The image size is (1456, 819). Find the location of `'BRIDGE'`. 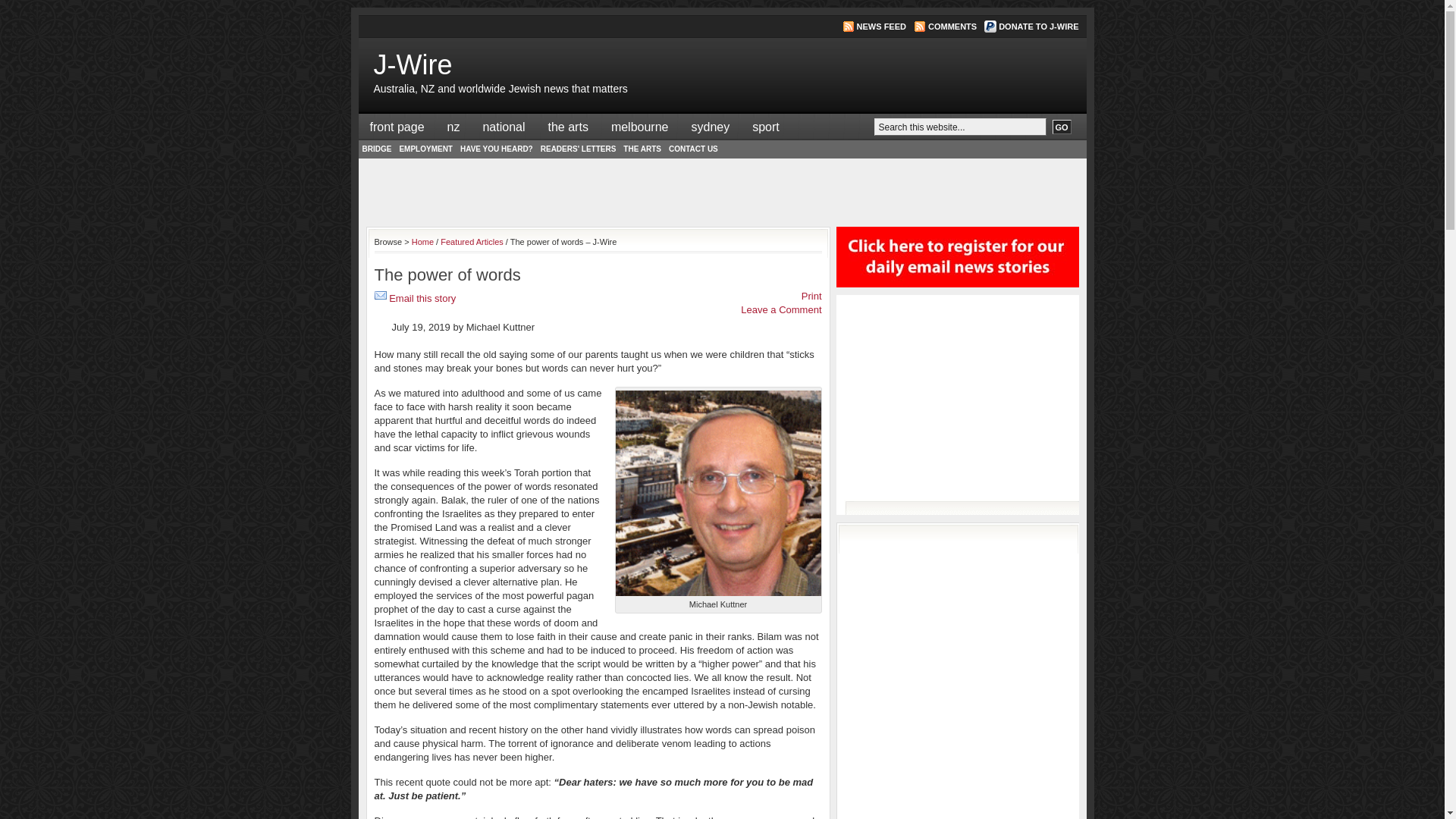

'BRIDGE' is located at coordinates (356, 149).